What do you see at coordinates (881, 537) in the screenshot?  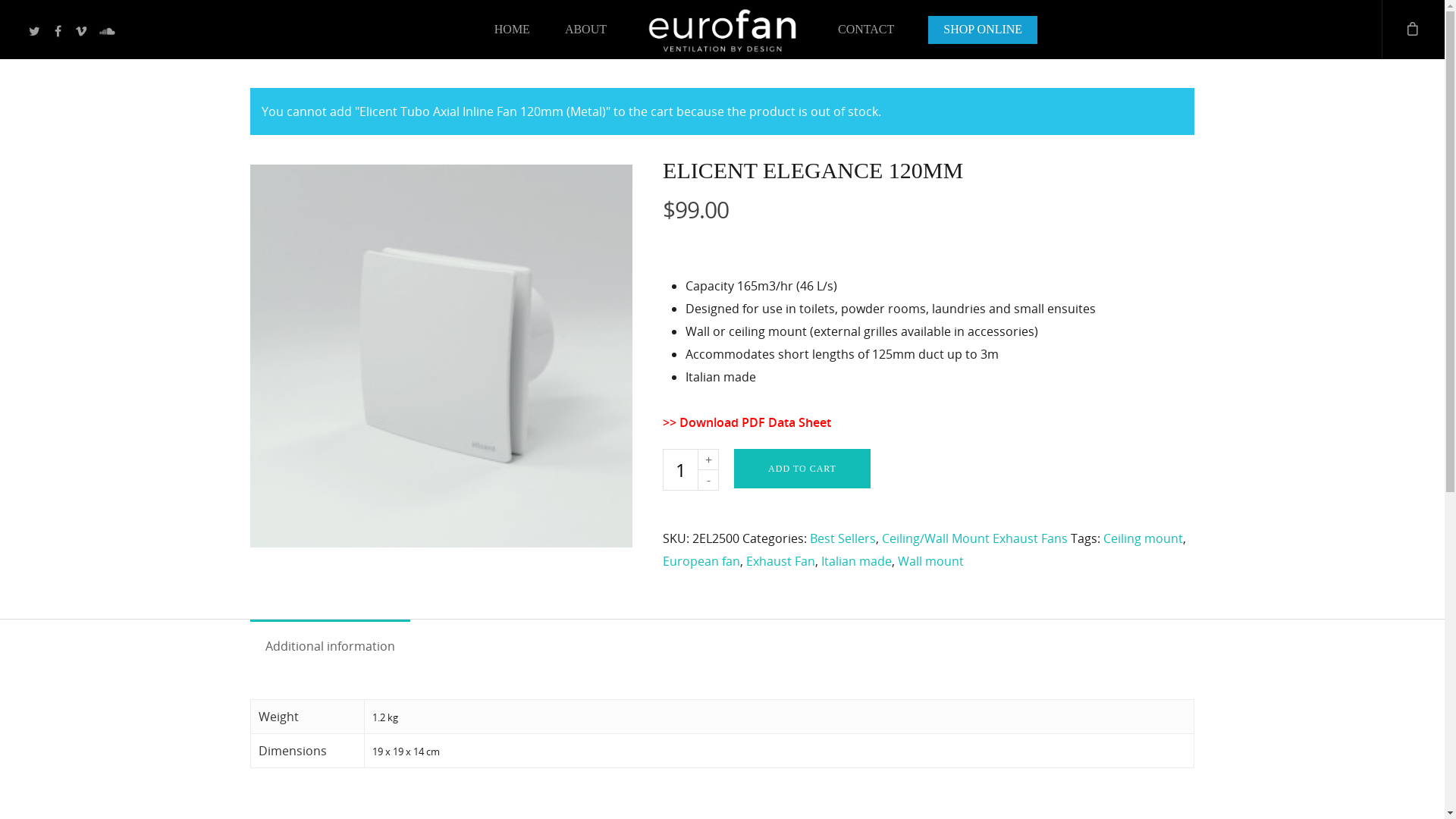 I see `'Ceiling/Wall Mount Exhaust Fans'` at bounding box center [881, 537].